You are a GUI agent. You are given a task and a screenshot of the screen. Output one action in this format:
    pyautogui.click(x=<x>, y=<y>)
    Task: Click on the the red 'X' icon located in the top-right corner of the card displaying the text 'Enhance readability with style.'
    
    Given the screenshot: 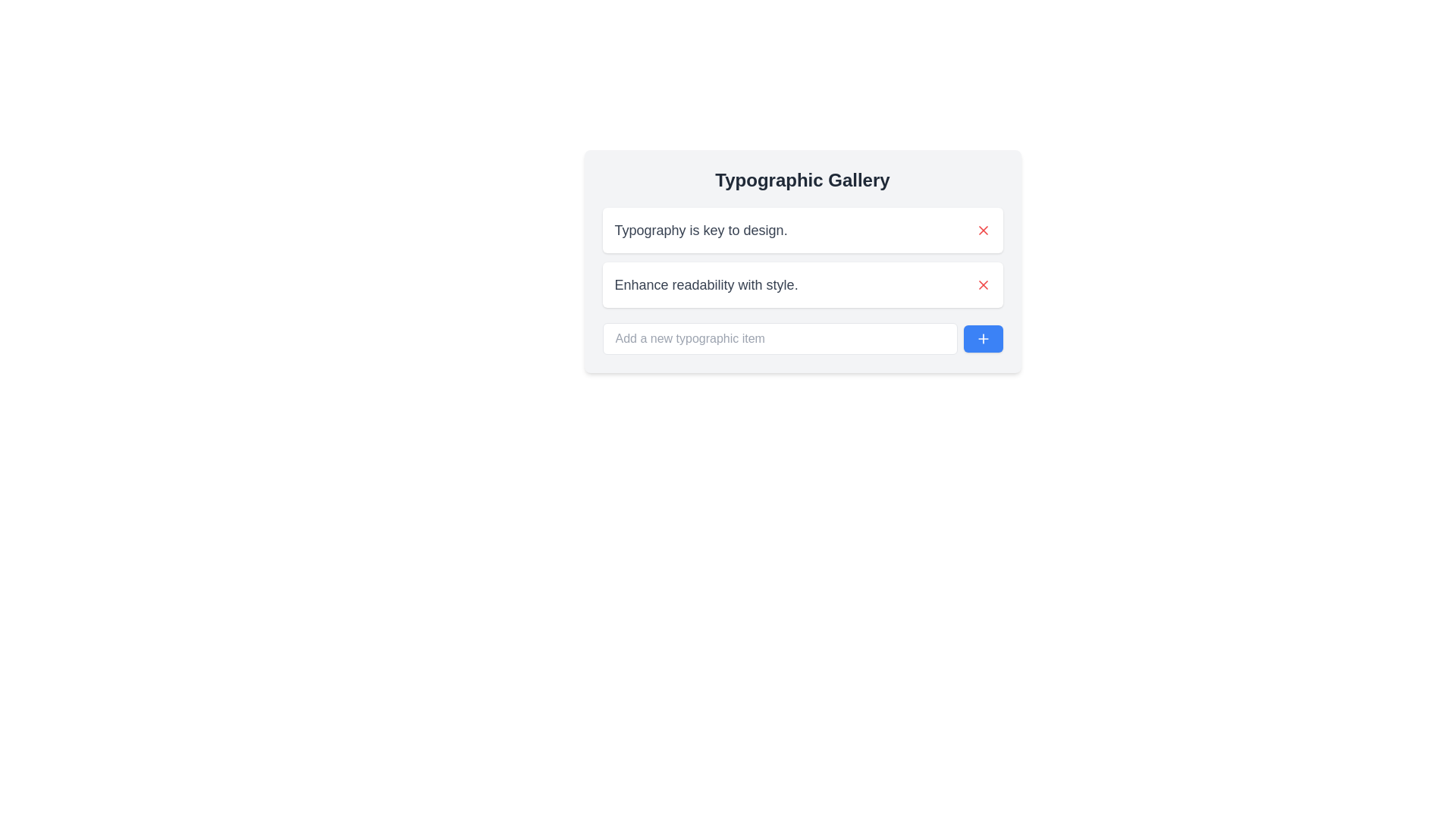 What is the action you would take?
    pyautogui.click(x=983, y=284)
    